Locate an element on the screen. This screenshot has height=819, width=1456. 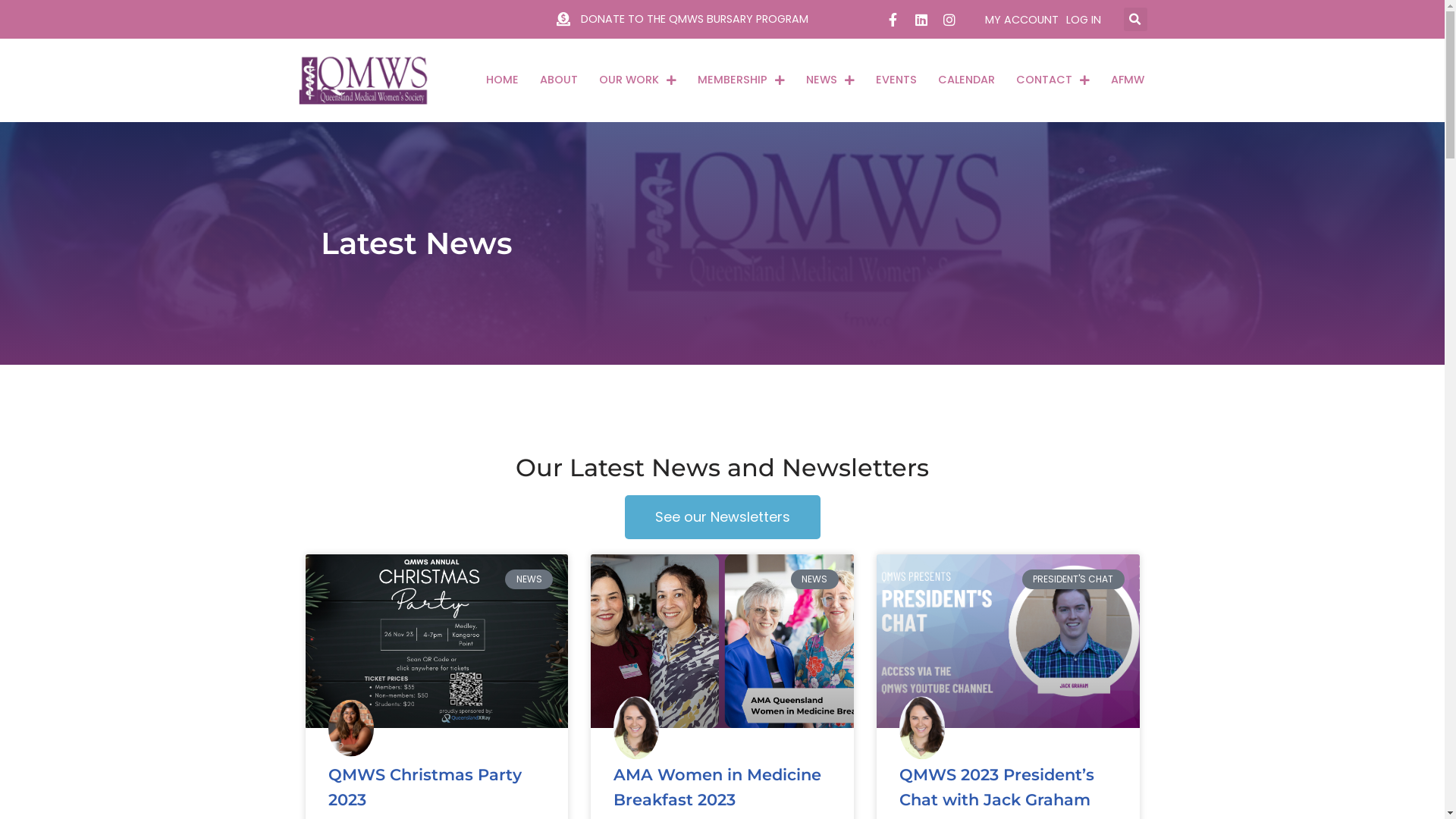
'EVENTS' is located at coordinates (896, 80).